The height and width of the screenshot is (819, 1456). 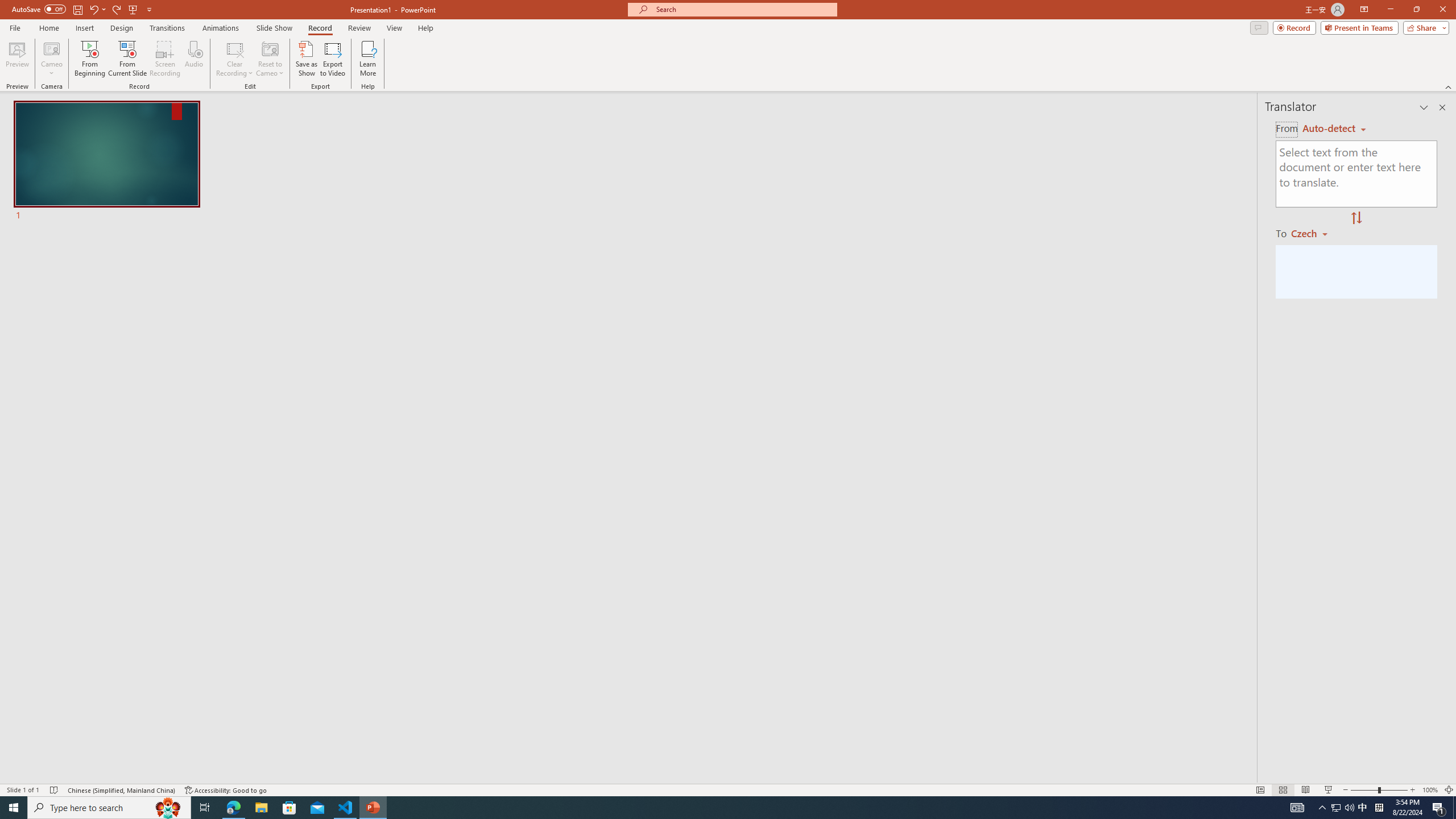 I want to click on 'Screen Recording', so click(x=164, y=59).